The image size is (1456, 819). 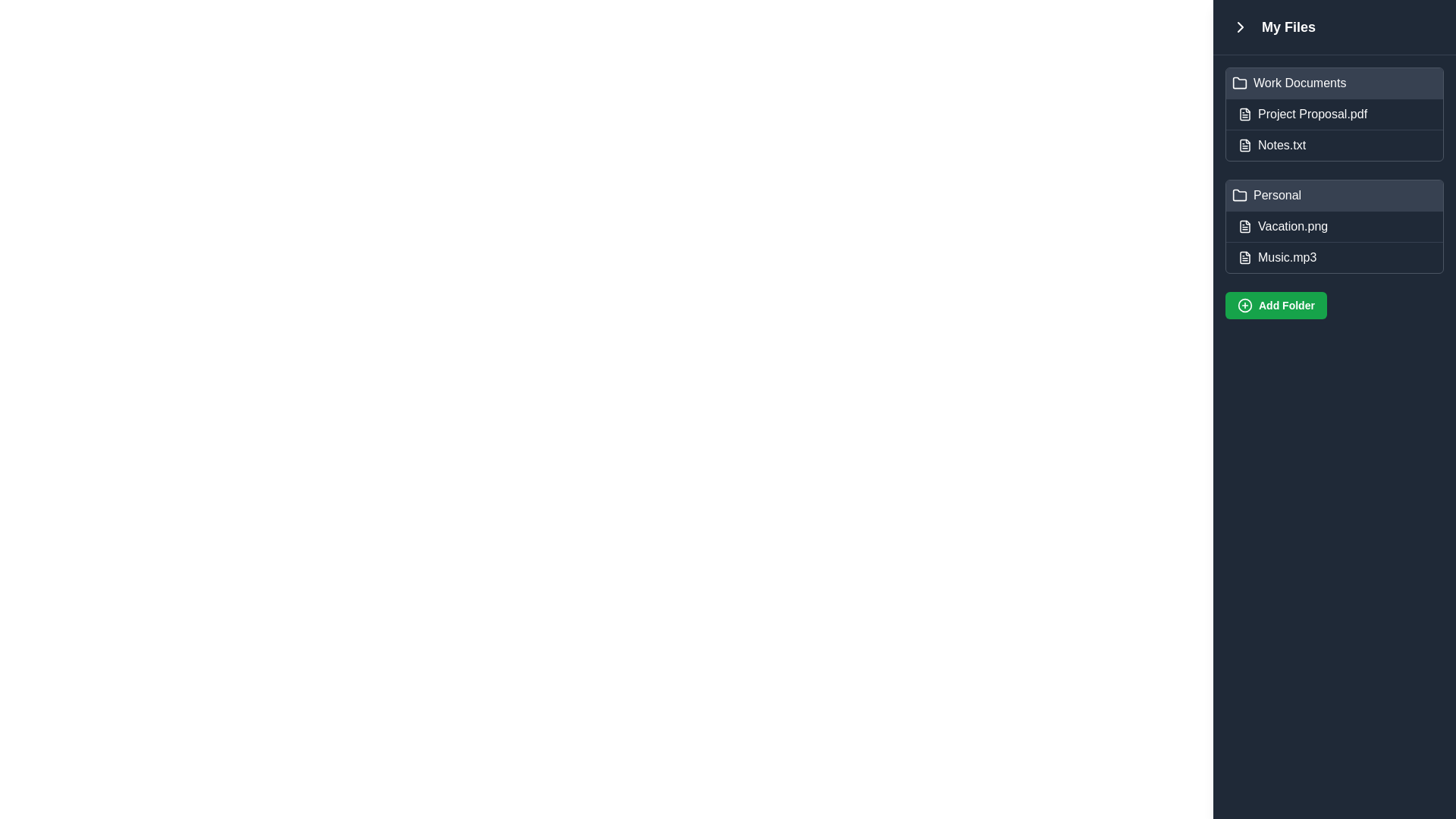 I want to click on the 'Work Documents' label, which is displayed in white font on a dark gray background, so click(x=1299, y=83).